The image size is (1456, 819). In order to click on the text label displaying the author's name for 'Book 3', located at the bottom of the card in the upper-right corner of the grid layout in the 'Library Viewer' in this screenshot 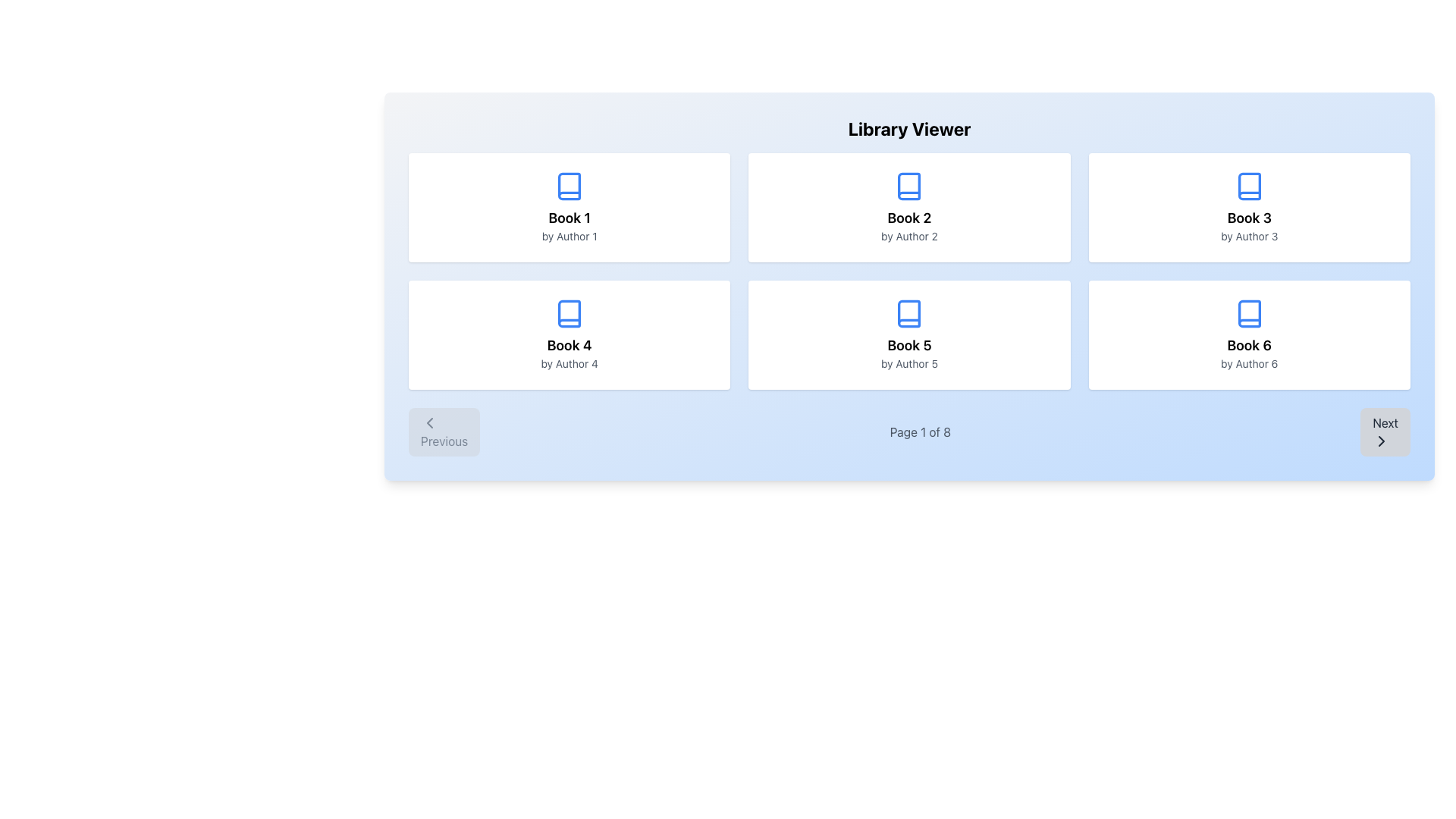, I will do `click(1249, 237)`.